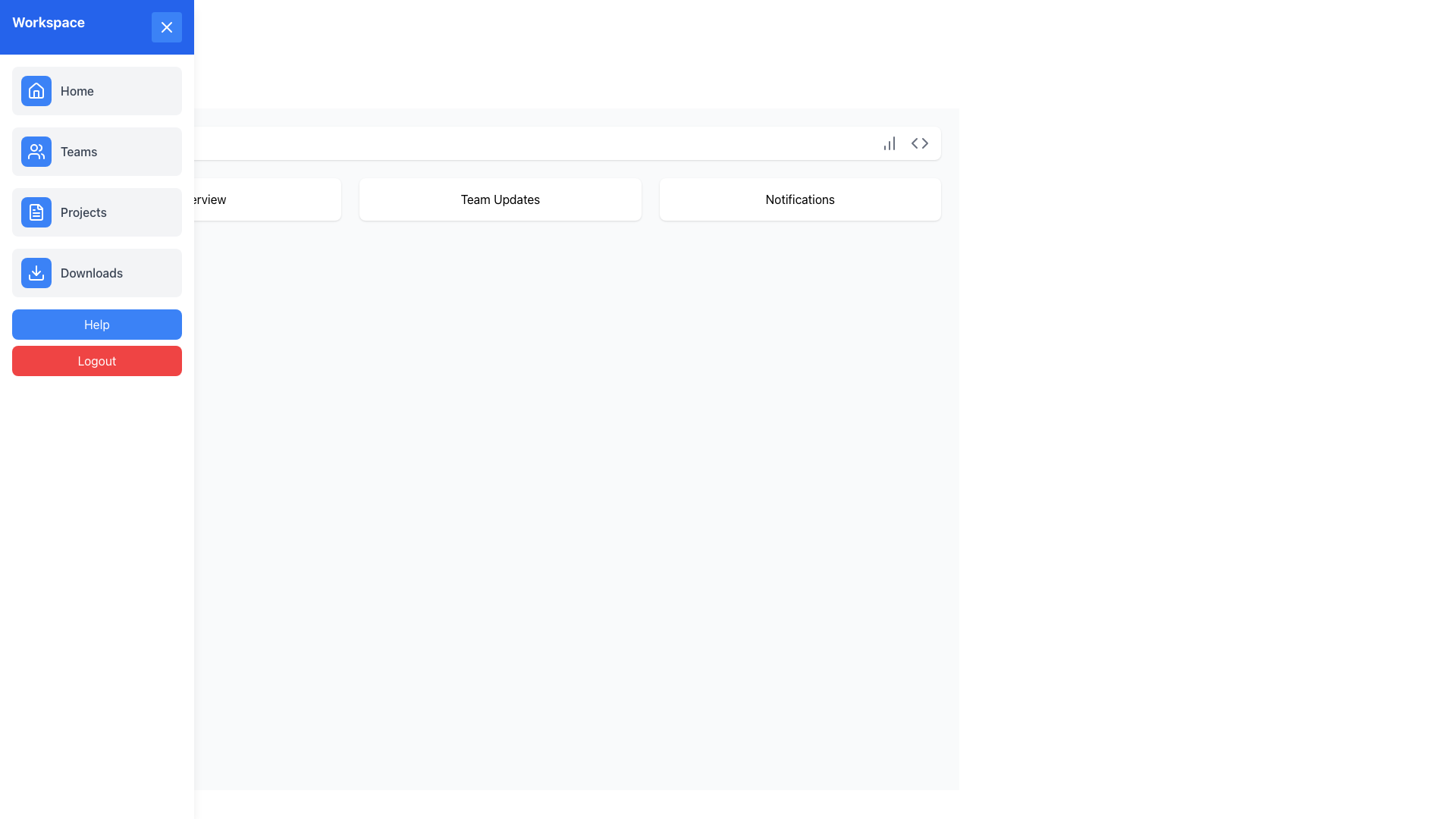 Image resolution: width=1456 pixels, height=819 pixels. Describe the element at coordinates (36, 271) in the screenshot. I see `the blue circular Icon Button with a white download icon located in the left vertical navigation menu under 'Downloads'` at that location.